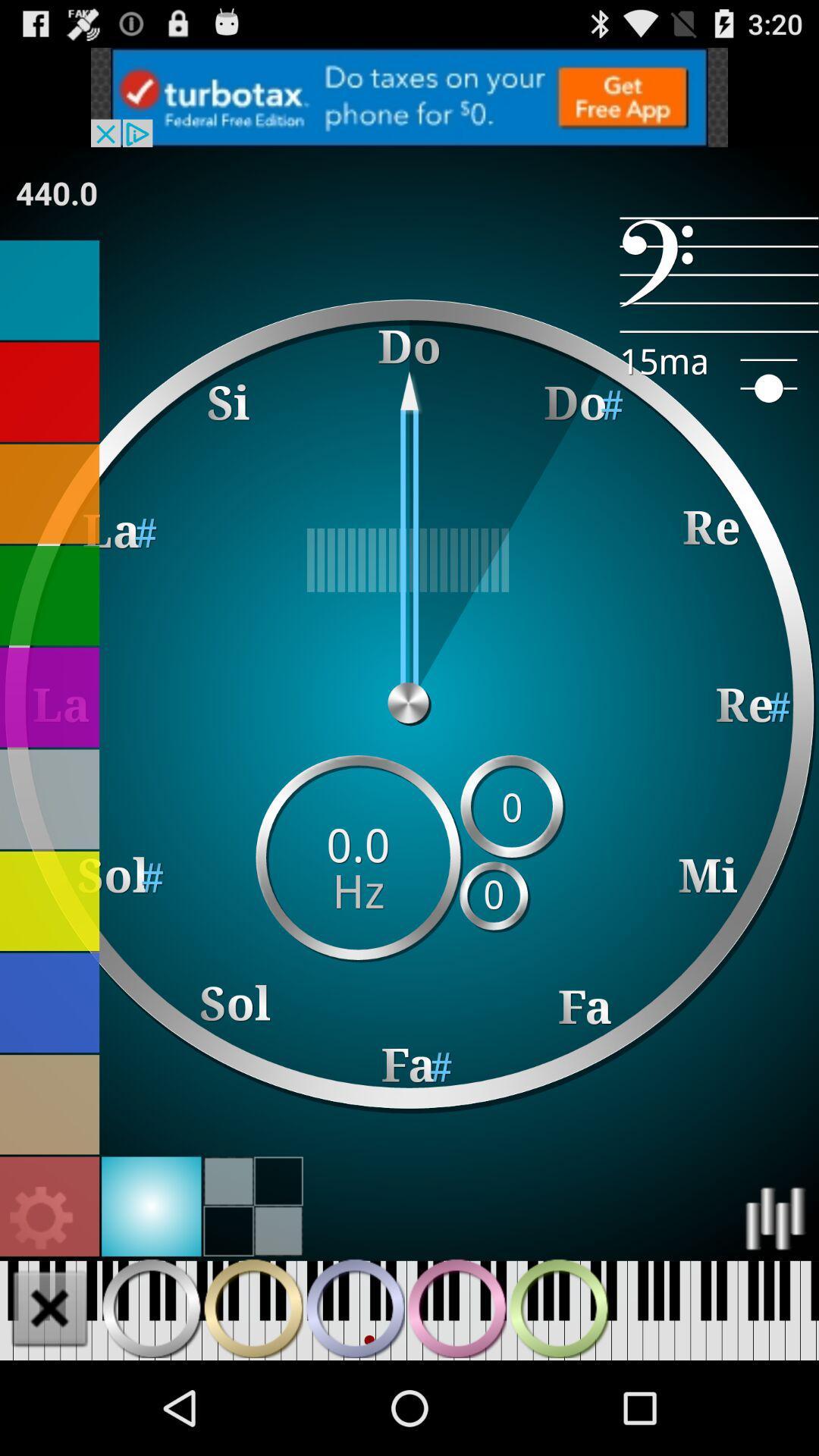 This screenshot has width=819, height=1456. I want to click on app next to 440.0 app, so click(718, 275).